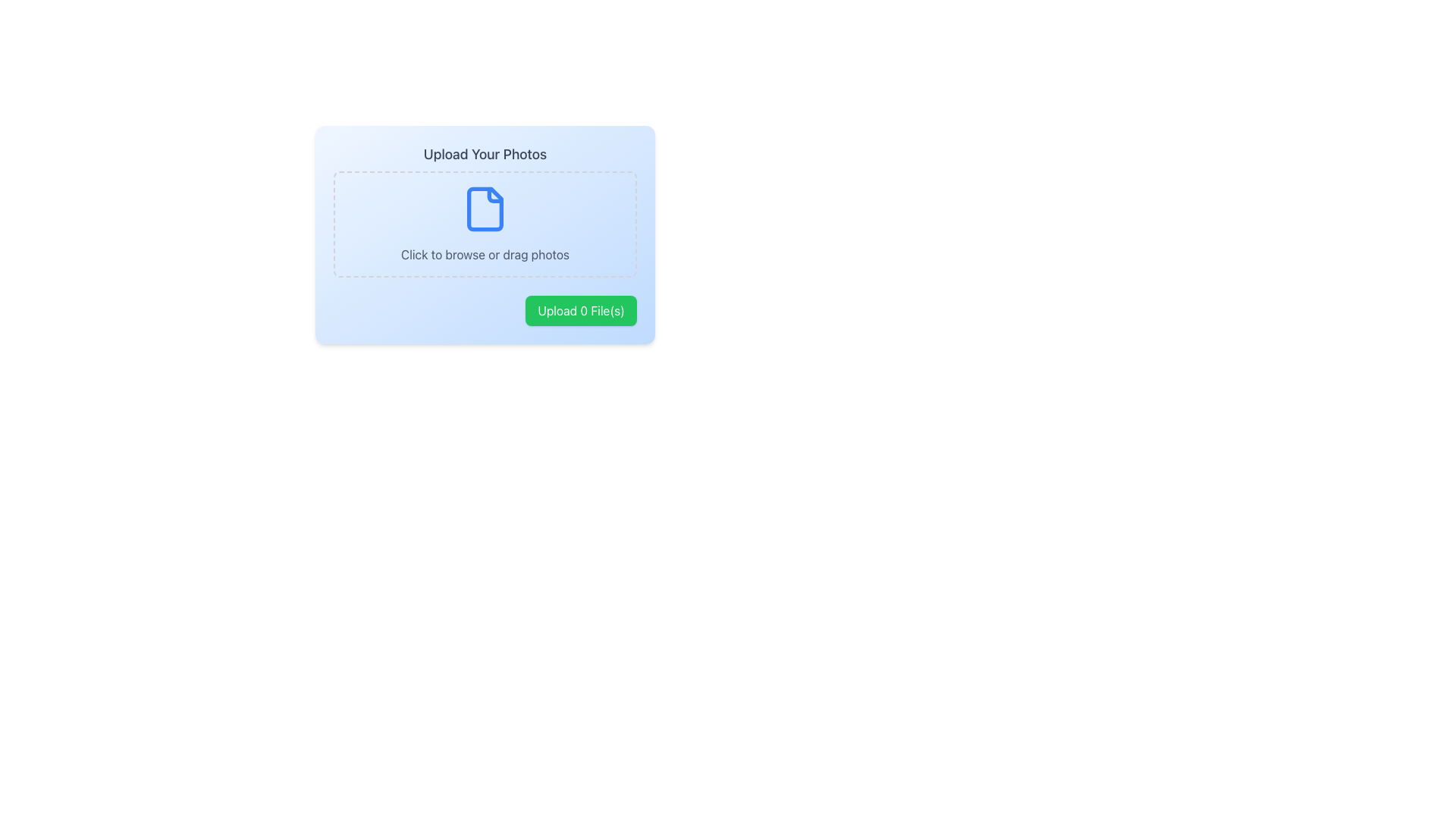  Describe the element at coordinates (484, 209) in the screenshot. I see `the file upload icon located centrally within the dashed rectangle of the 'Upload Your Photos' layout, positioned above the 'Click to browse or drag photos' text` at that location.